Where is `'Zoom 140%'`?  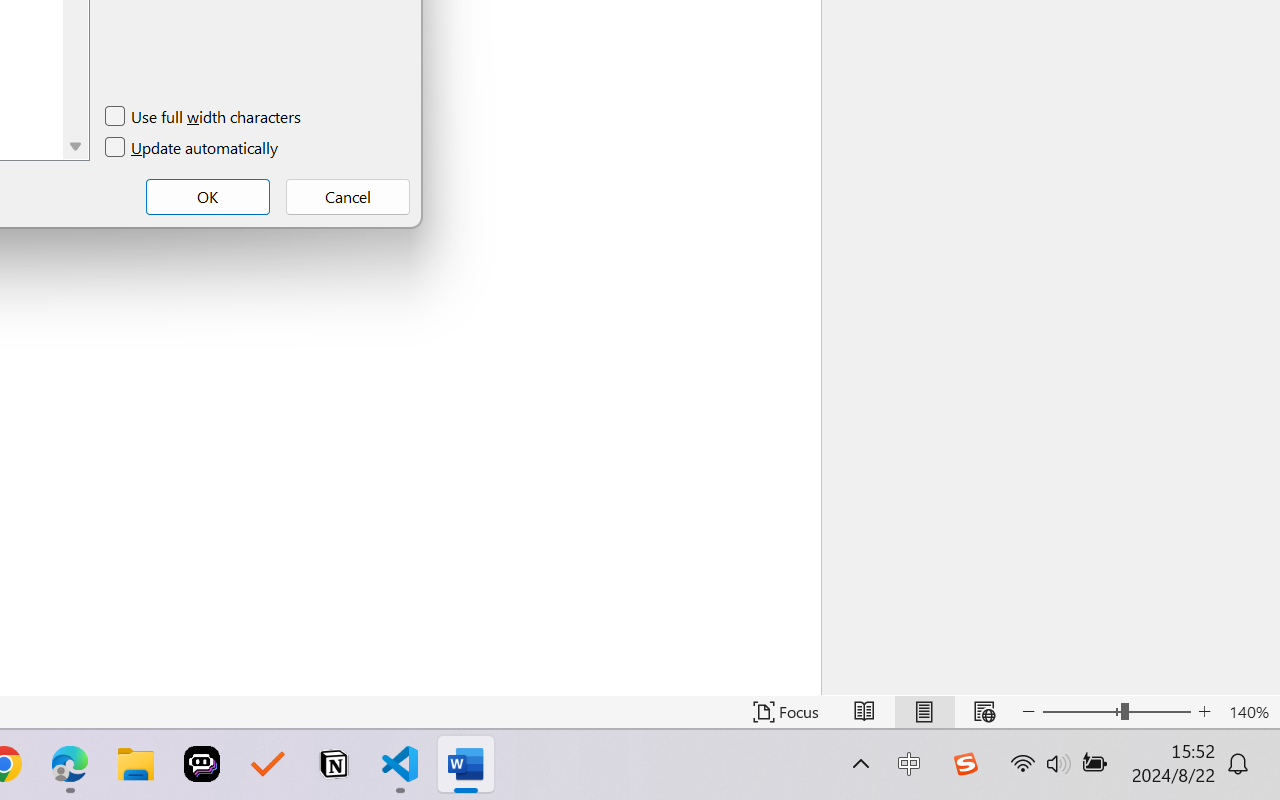
'Zoom 140%' is located at coordinates (1248, 711).